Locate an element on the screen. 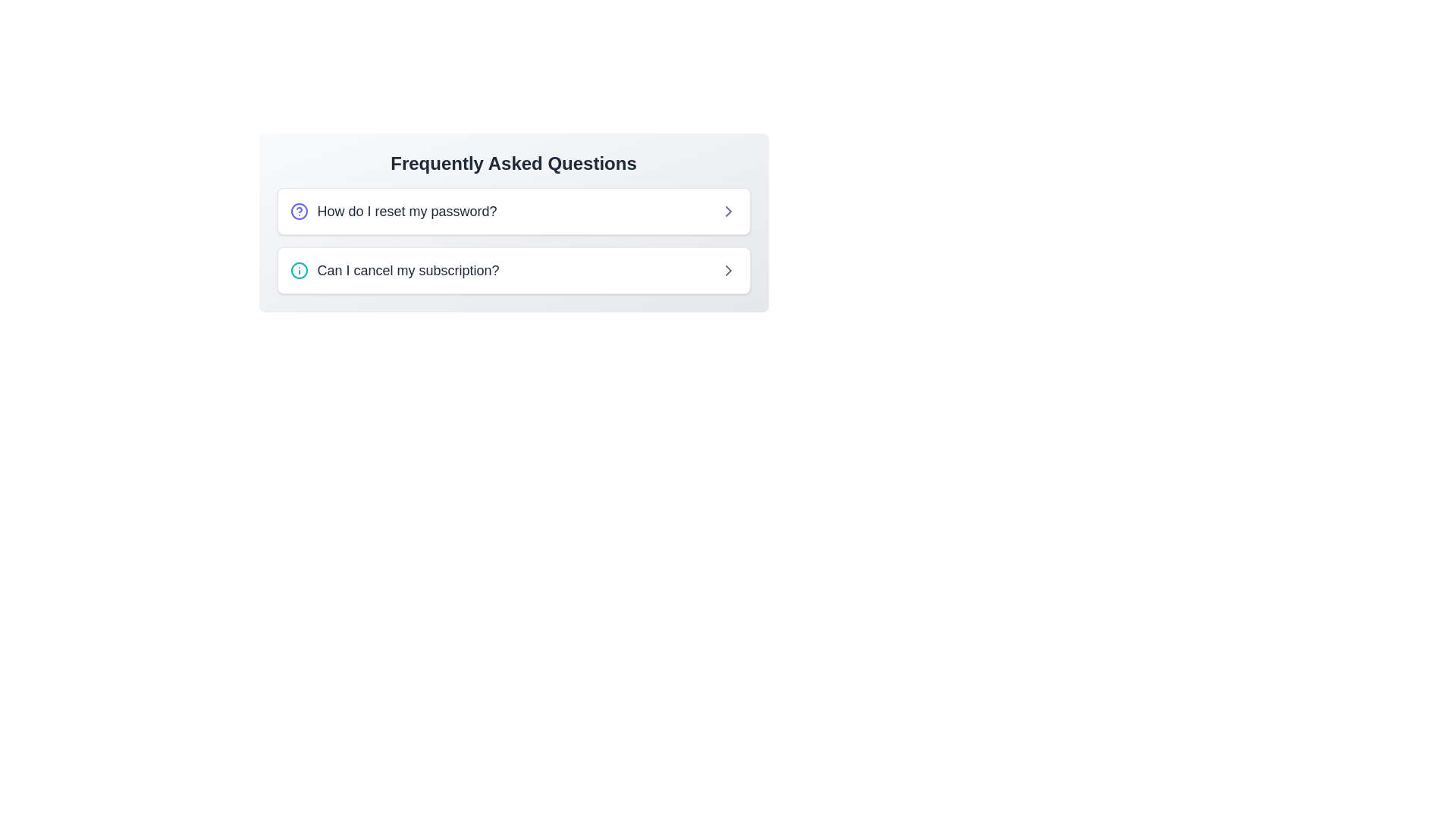 The height and width of the screenshot is (819, 1456). the first FAQ entry which is a list item with associated text and icon is located at coordinates (393, 211).